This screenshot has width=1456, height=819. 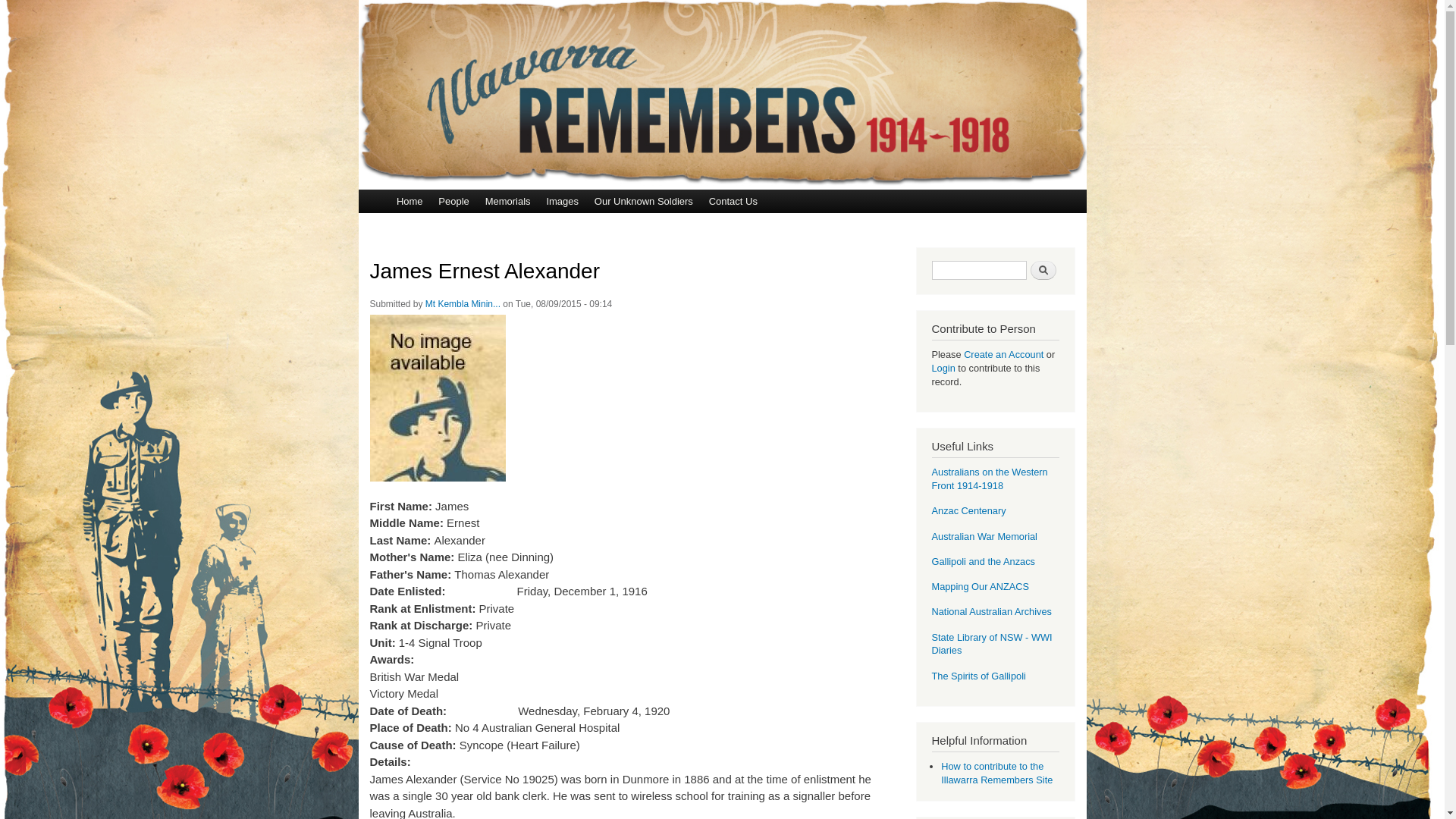 I want to click on 'Home', so click(x=409, y=200).